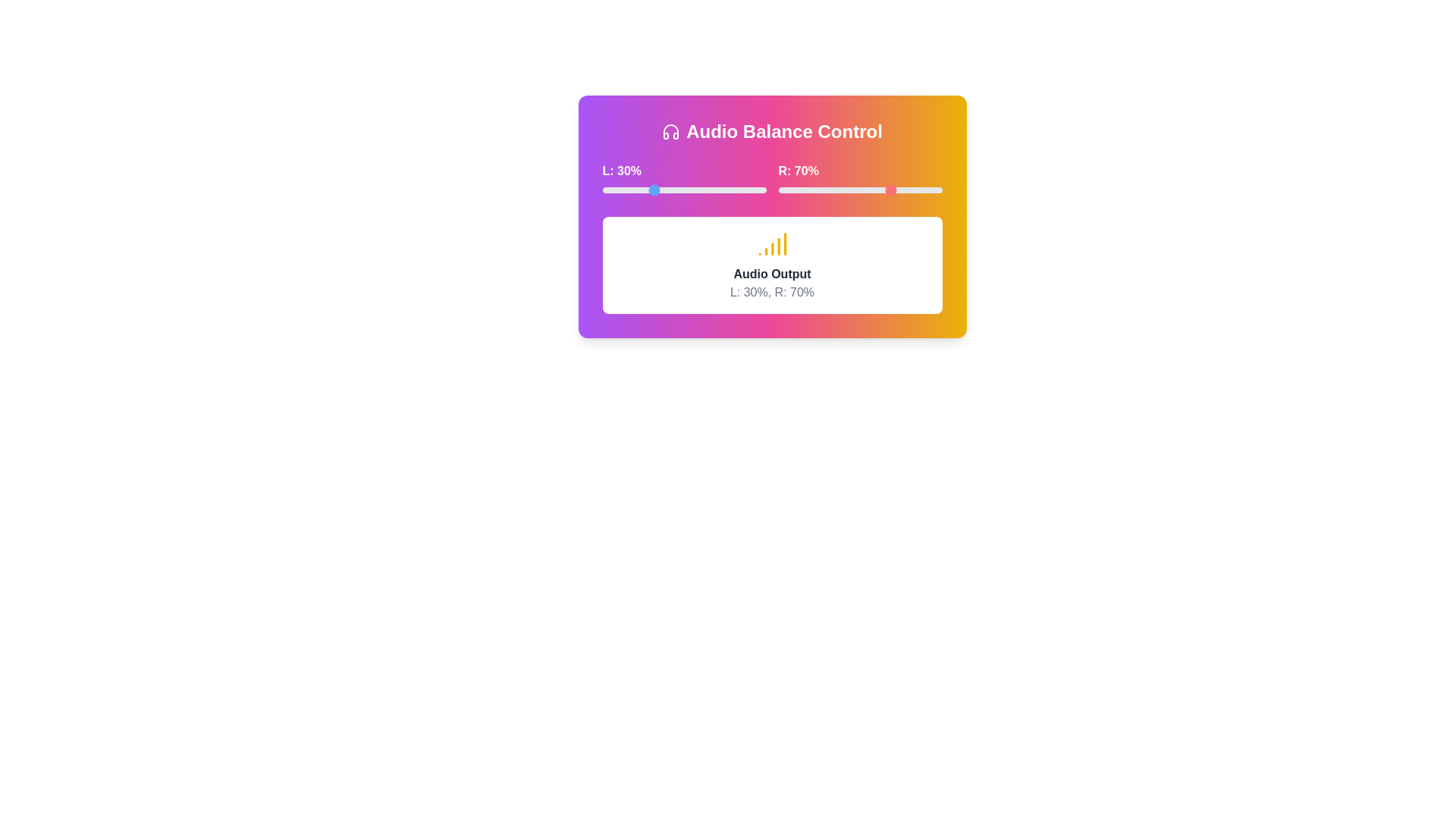  I want to click on the right volume slider to 23%, so click(815, 189).